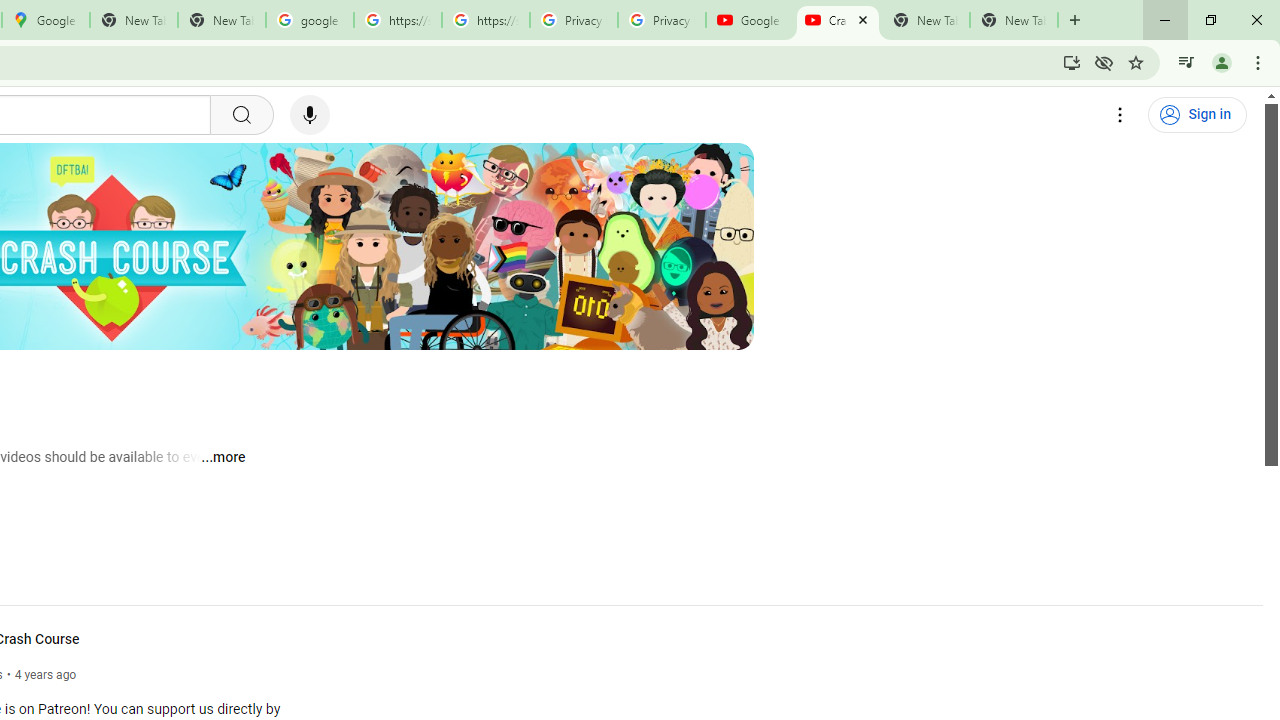 The image size is (1280, 720). Describe the element at coordinates (485, 20) in the screenshot. I see `'https://scholar.google.com/'` at that location.